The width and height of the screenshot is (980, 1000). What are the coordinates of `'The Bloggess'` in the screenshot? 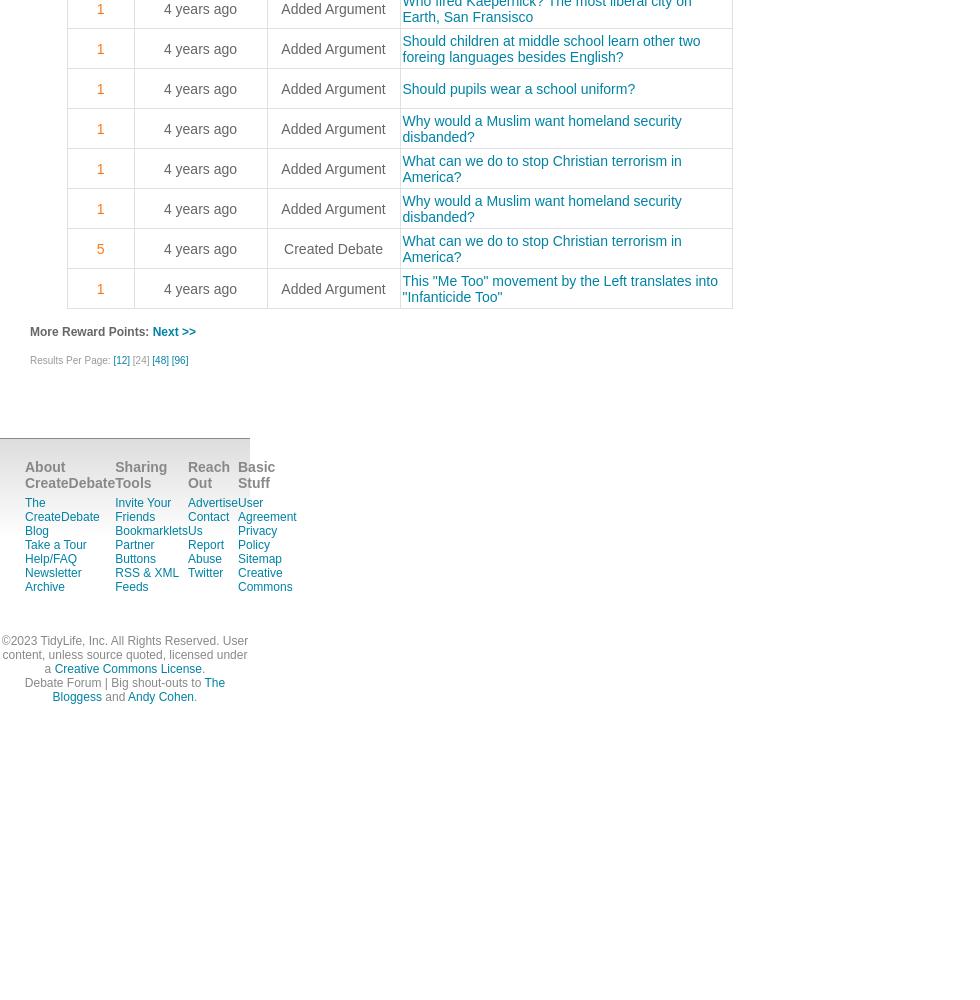 It's located at (138, 689).